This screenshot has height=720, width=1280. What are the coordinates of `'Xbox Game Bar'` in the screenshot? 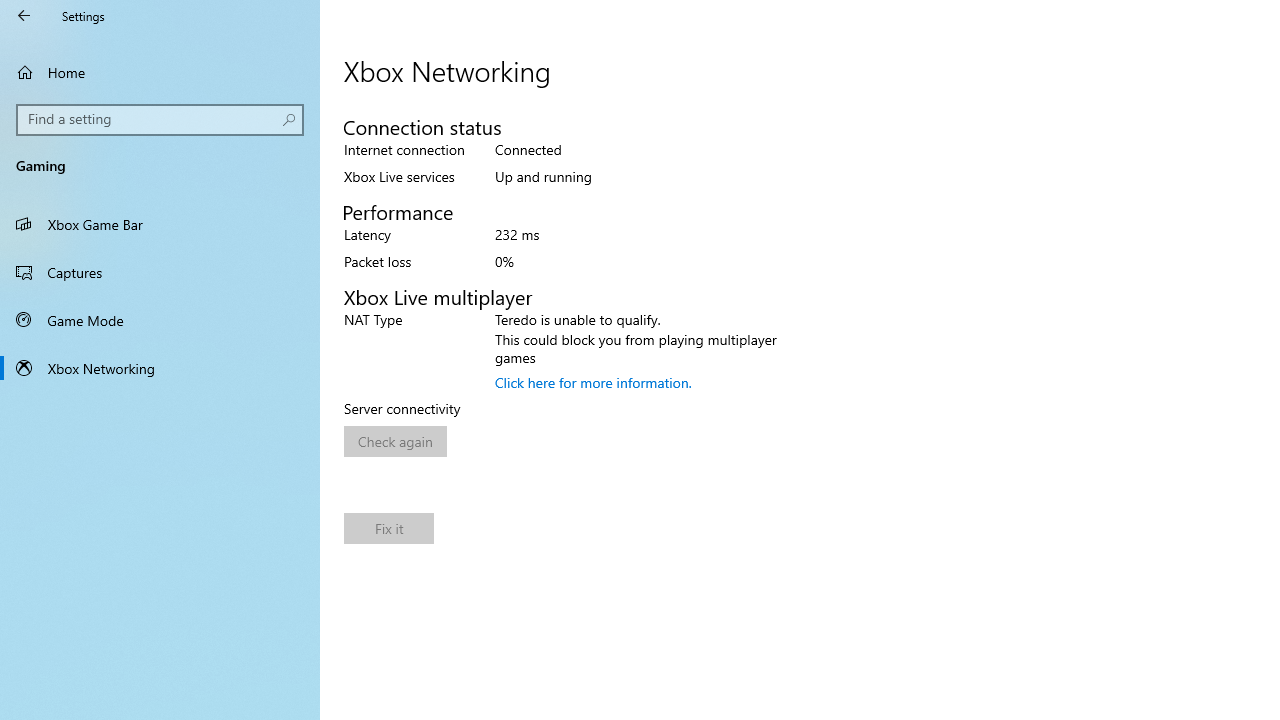 It's located at (160, 223).